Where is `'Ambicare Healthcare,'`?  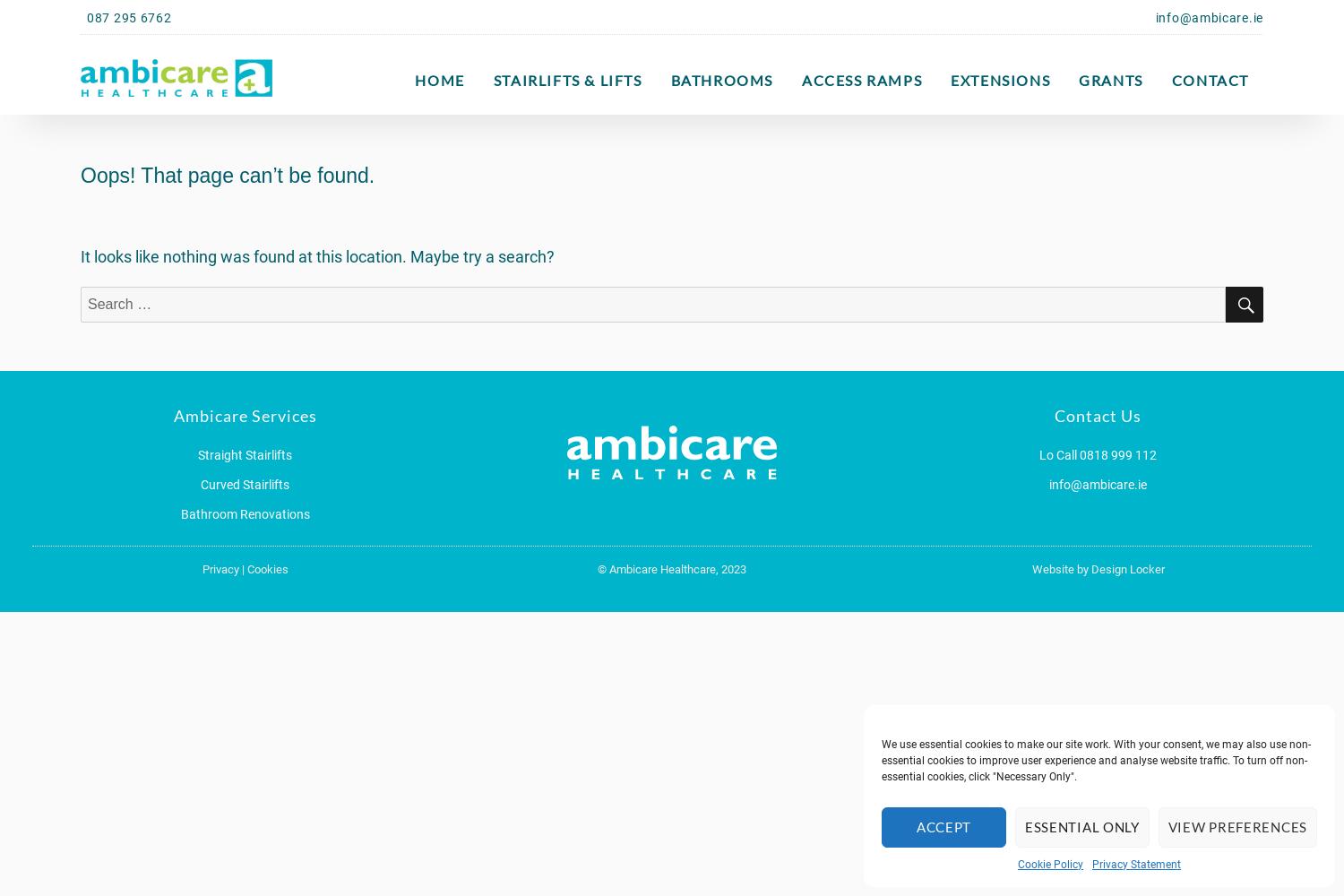
'Ambicare Healthcare,' is located at coordinates (661, 569).